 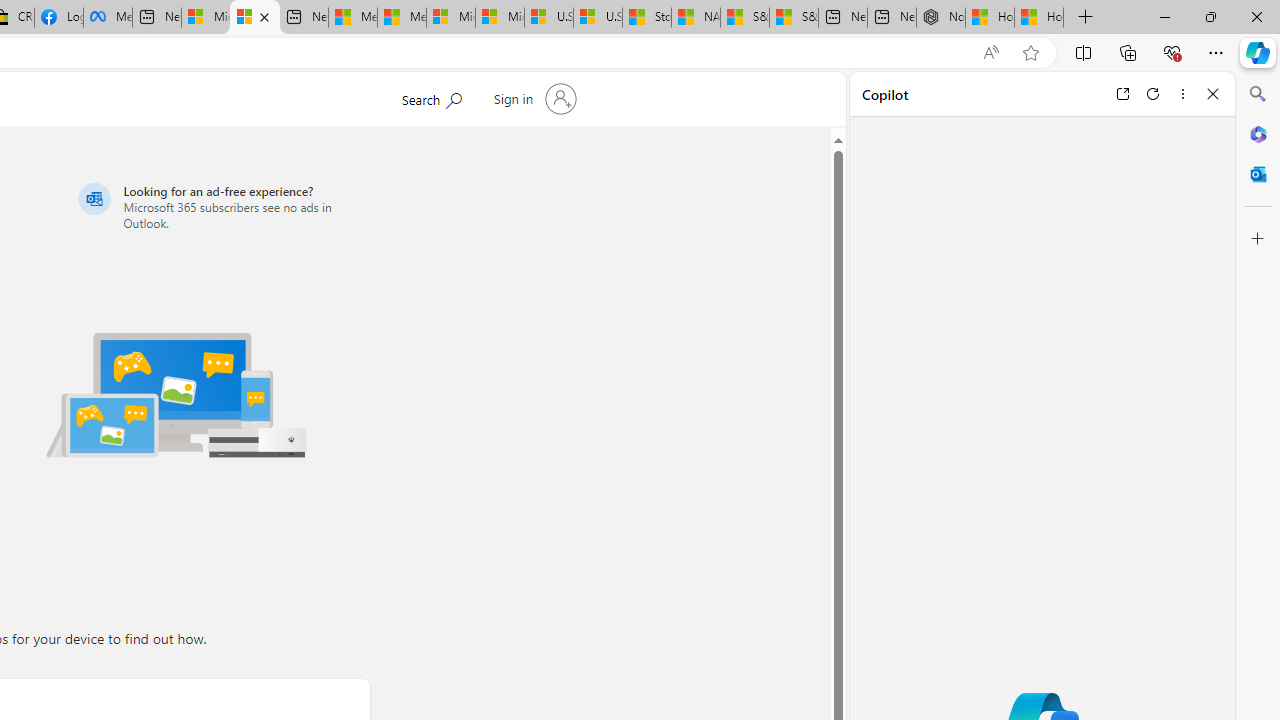 I want to click on 'S&P 500, Nasdaq end lower, weighed by Nvidia dip | Watch', so click(x=793, y=17).